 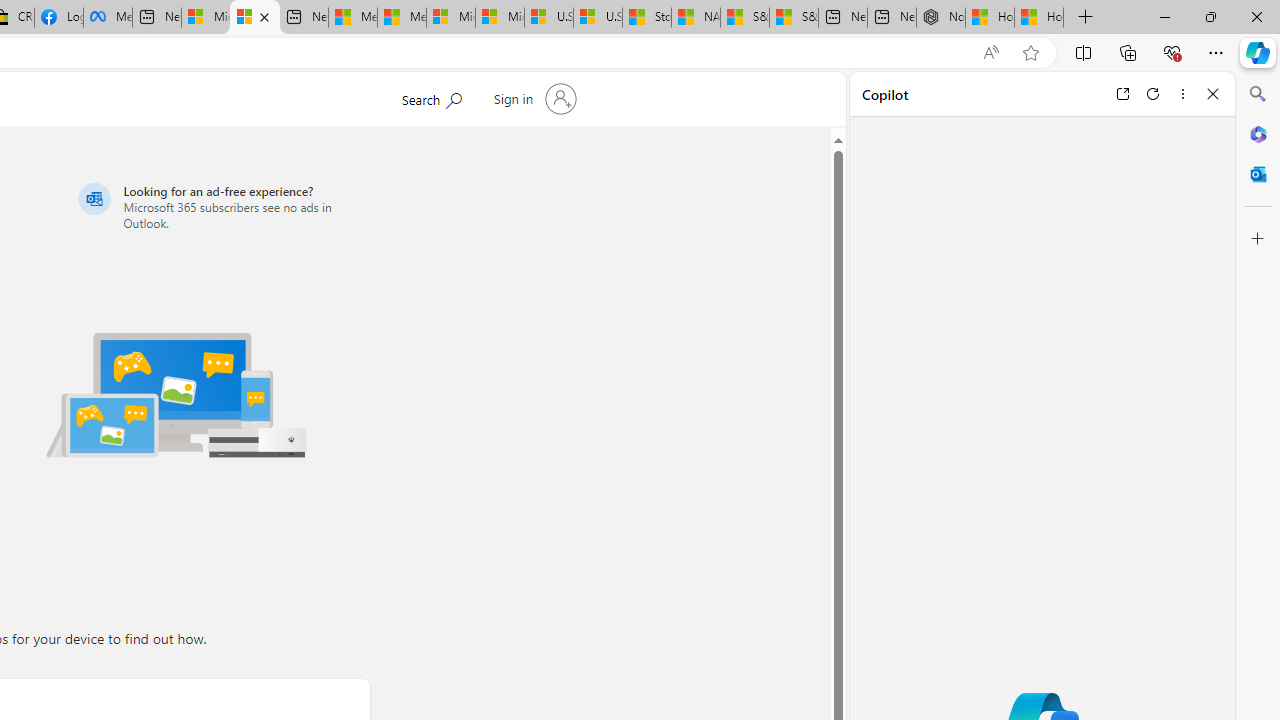 I want to click on 'S&P 500, Nasdaq end lower, weighed by Nvidia dip | Watch', so click(x=793, y=17).